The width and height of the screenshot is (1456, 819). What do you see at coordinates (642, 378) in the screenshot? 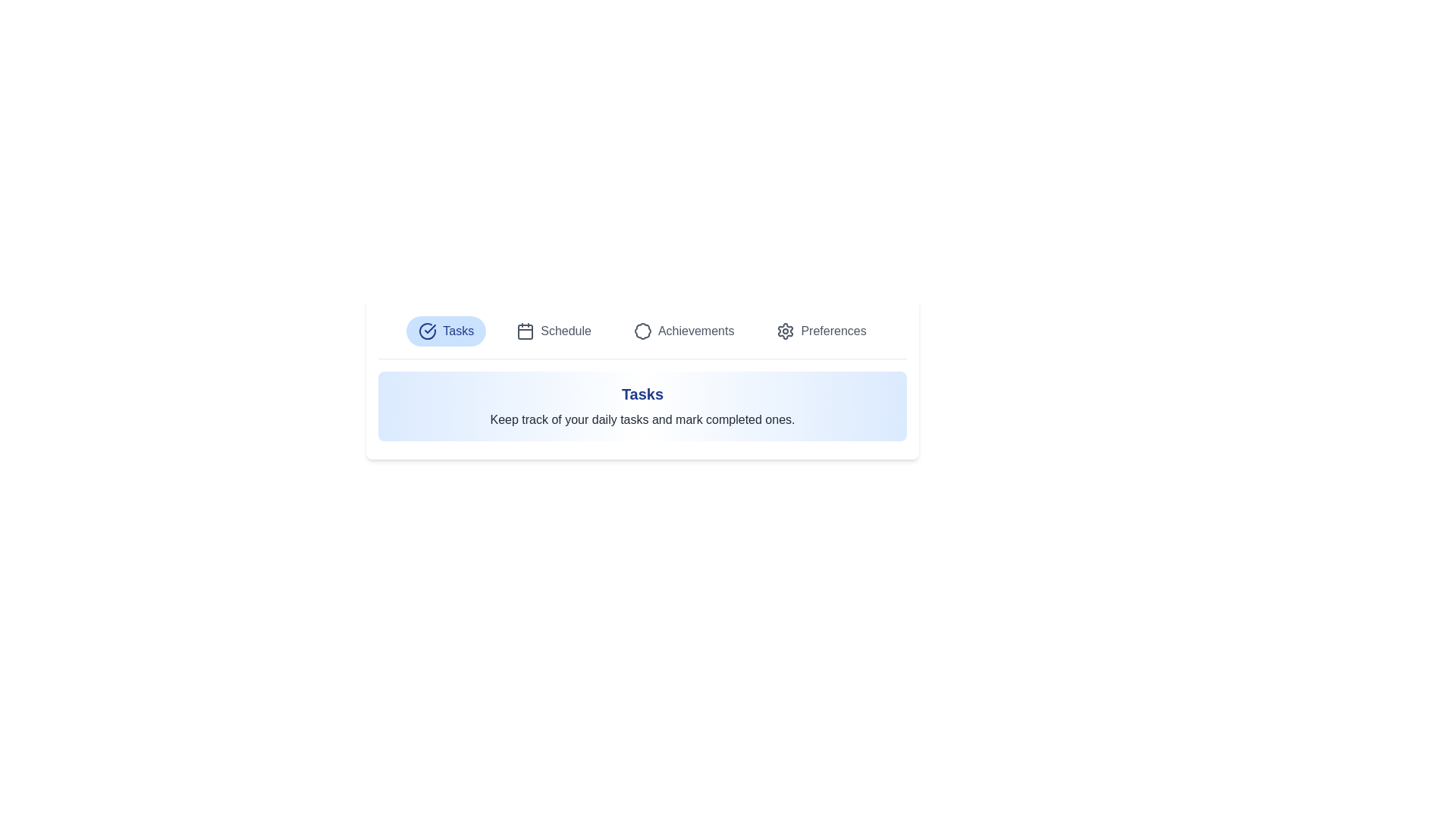
I see `the informational panel that provides an overview of the 'Tasks' functionality to read its content` at bounding box center [642, 378].